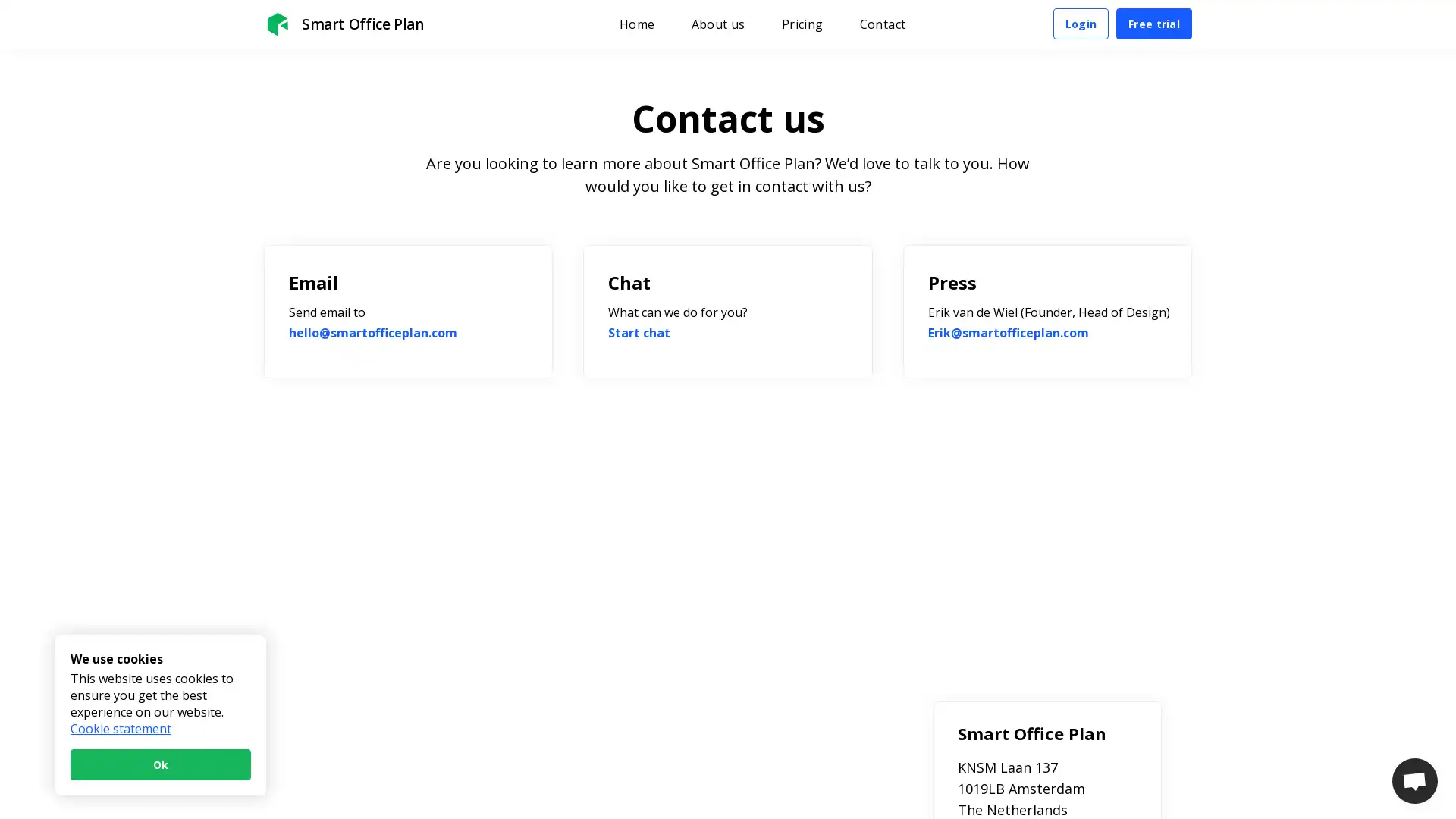 The width and height of the screenshot is (1456, 819). I want to click on Login, so click(1080, 24).